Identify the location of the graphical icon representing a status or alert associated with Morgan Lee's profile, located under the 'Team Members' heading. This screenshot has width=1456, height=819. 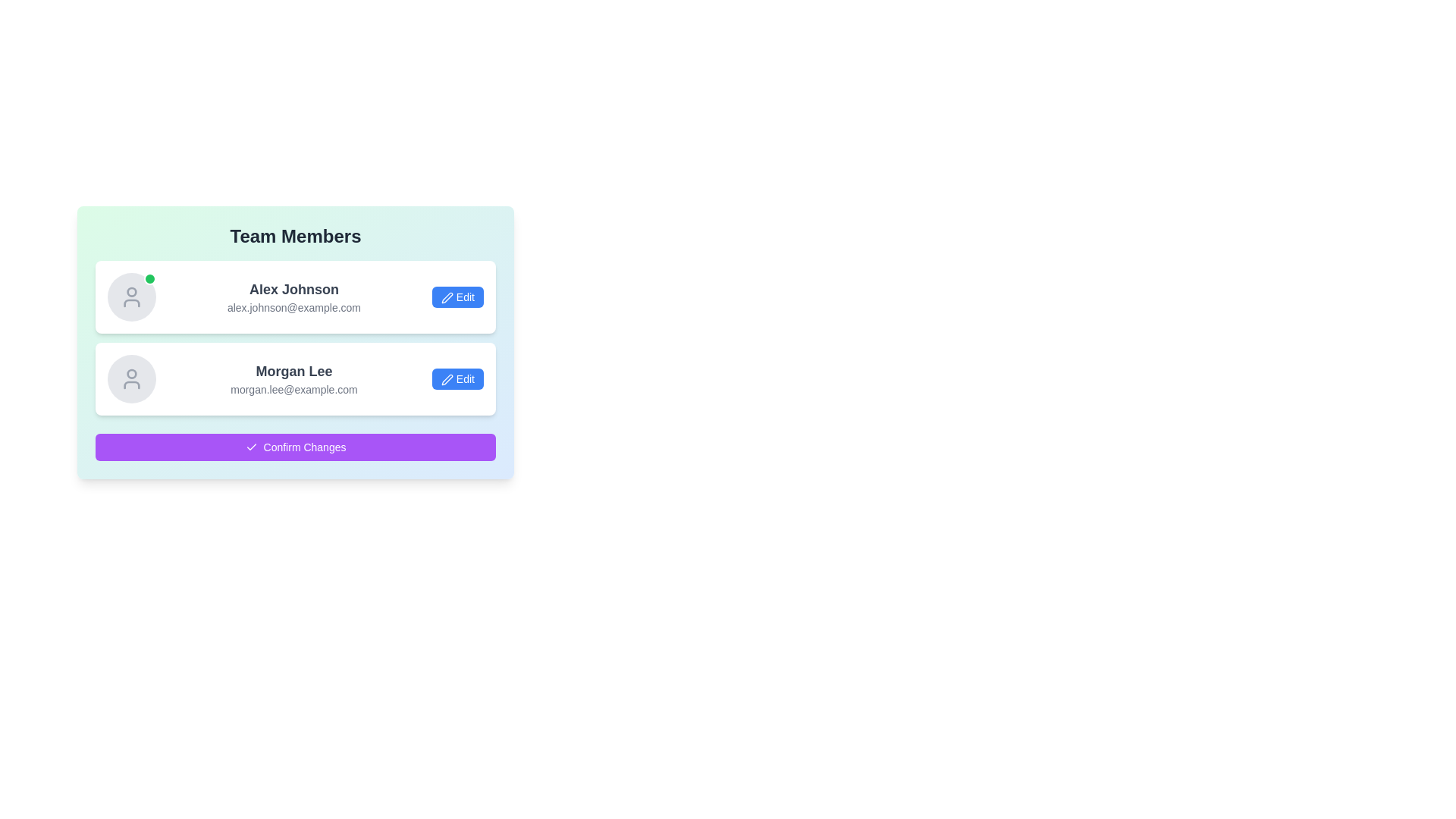
(131, 374).